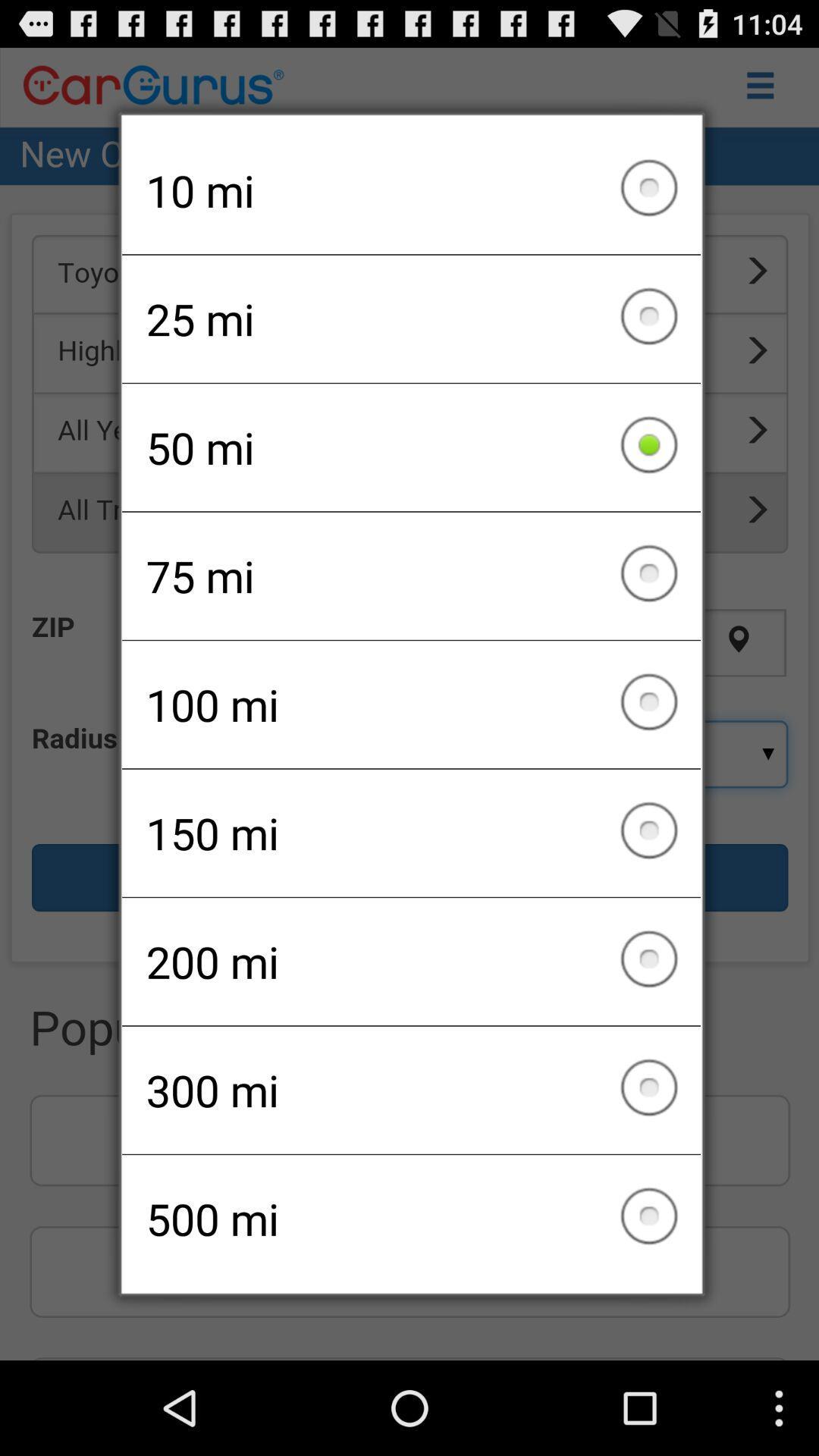  What do you see at coordinates (411, 704) in the screenshot?
I see `100 mi icon` at bounding box center [411, 704].